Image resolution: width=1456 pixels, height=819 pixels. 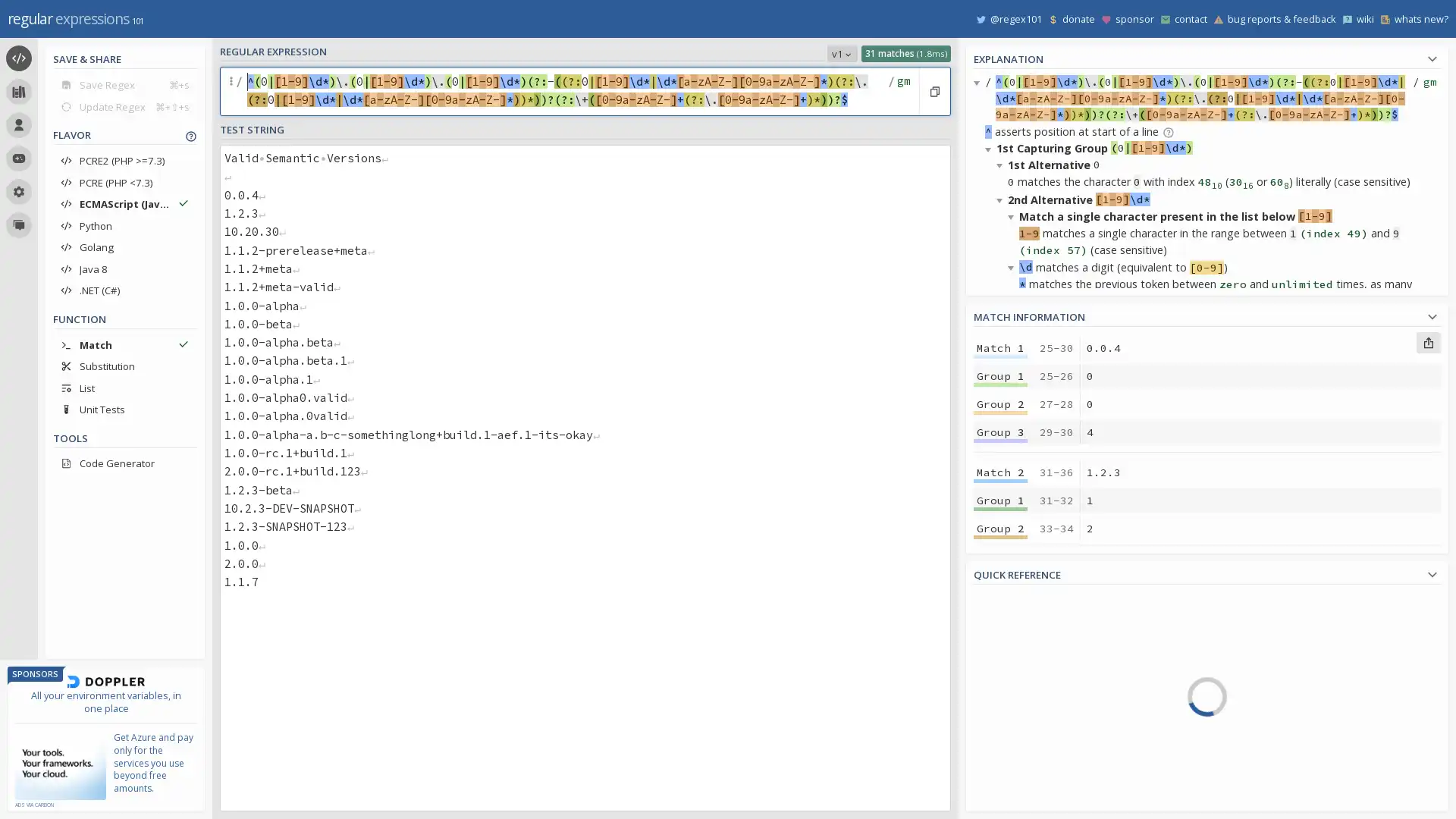 What do you see at coordinates (1282, 730) in the screenshot?
I see `Alternate - match either a or b a|b` at bounding box center [1282, 730].